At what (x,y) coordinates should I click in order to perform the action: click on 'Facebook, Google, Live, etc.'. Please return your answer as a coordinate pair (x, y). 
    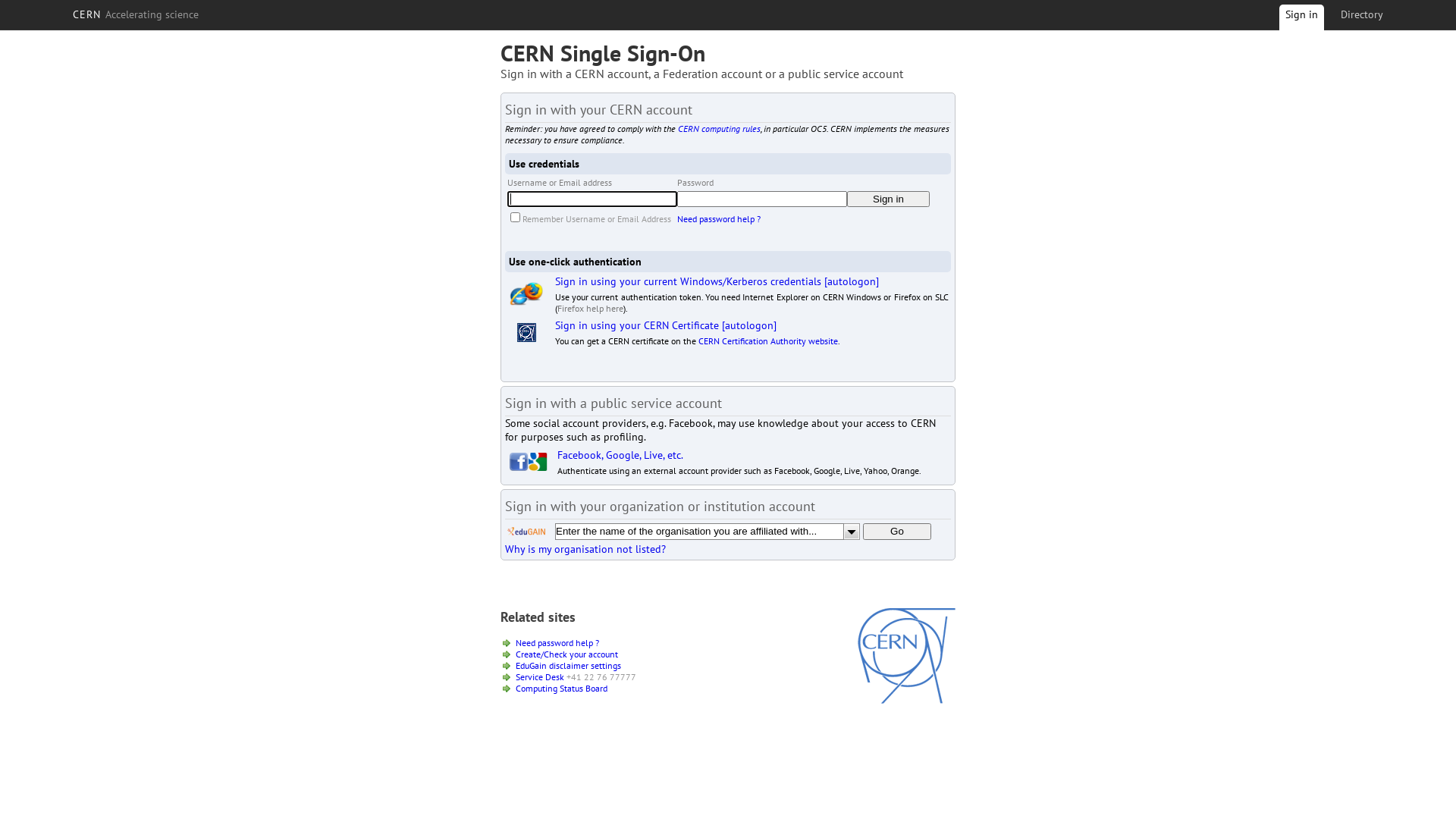
    Looking at the image, I should click on (620, 454).